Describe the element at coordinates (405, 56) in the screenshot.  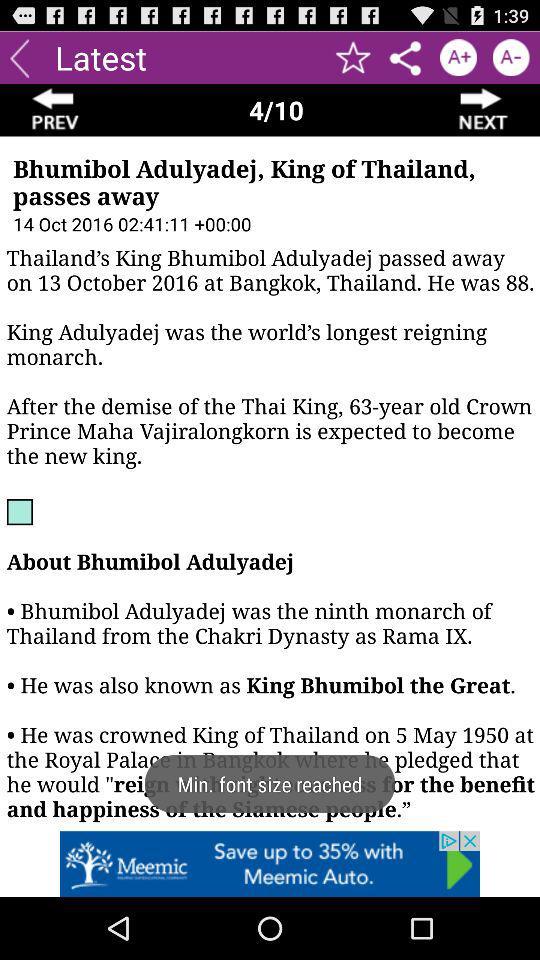
I see `share button` at that location.